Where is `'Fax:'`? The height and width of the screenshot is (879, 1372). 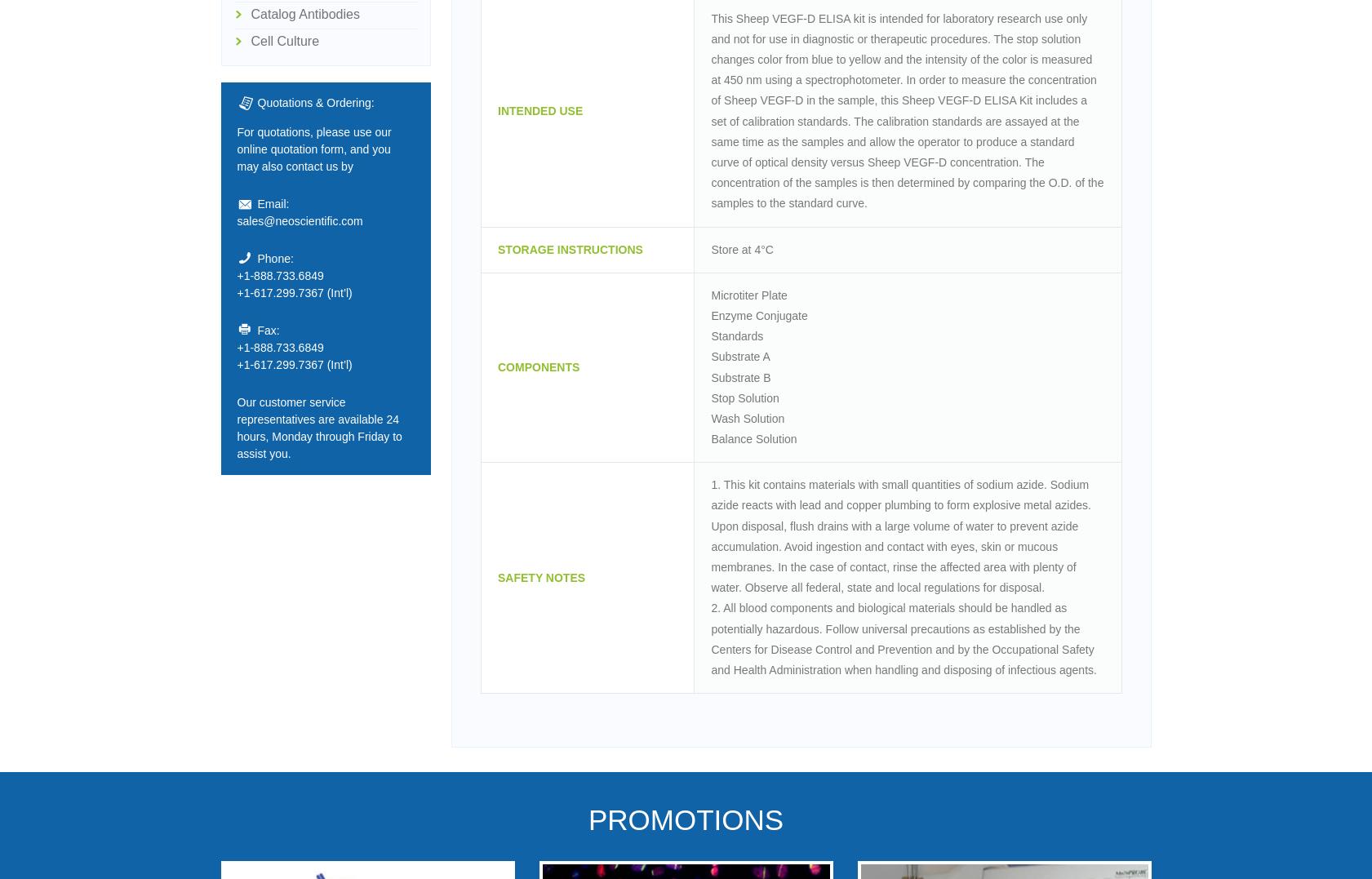 'Fax:' is located at coordinates (256, 329).